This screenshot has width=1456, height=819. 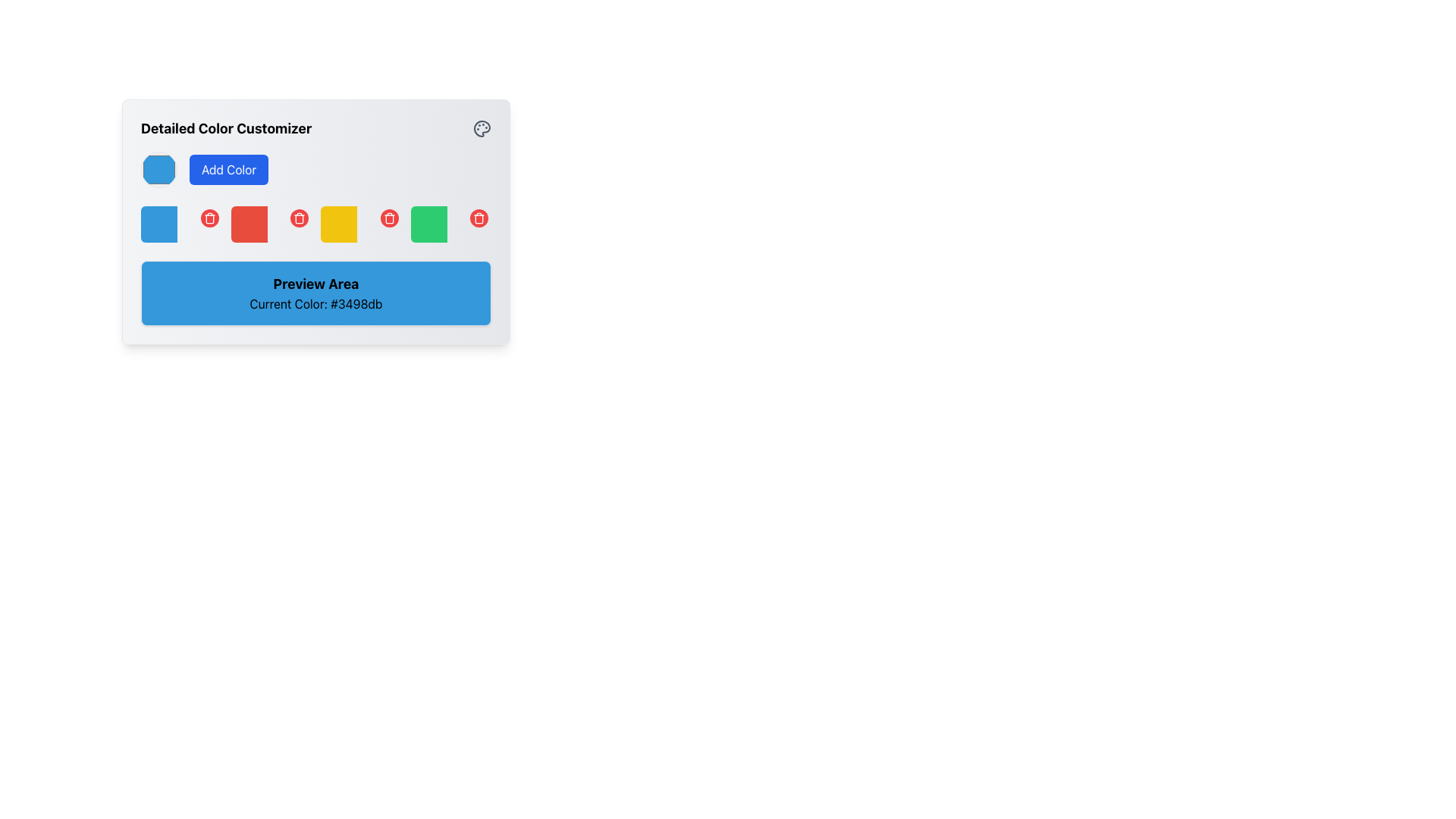 What do you see at coordinates (159, 224) in the screenshot?
I see `the first blue button in the sequence of buttons below the 'Add Color' button for keyboard navigation` at bounding box center [159, 224].